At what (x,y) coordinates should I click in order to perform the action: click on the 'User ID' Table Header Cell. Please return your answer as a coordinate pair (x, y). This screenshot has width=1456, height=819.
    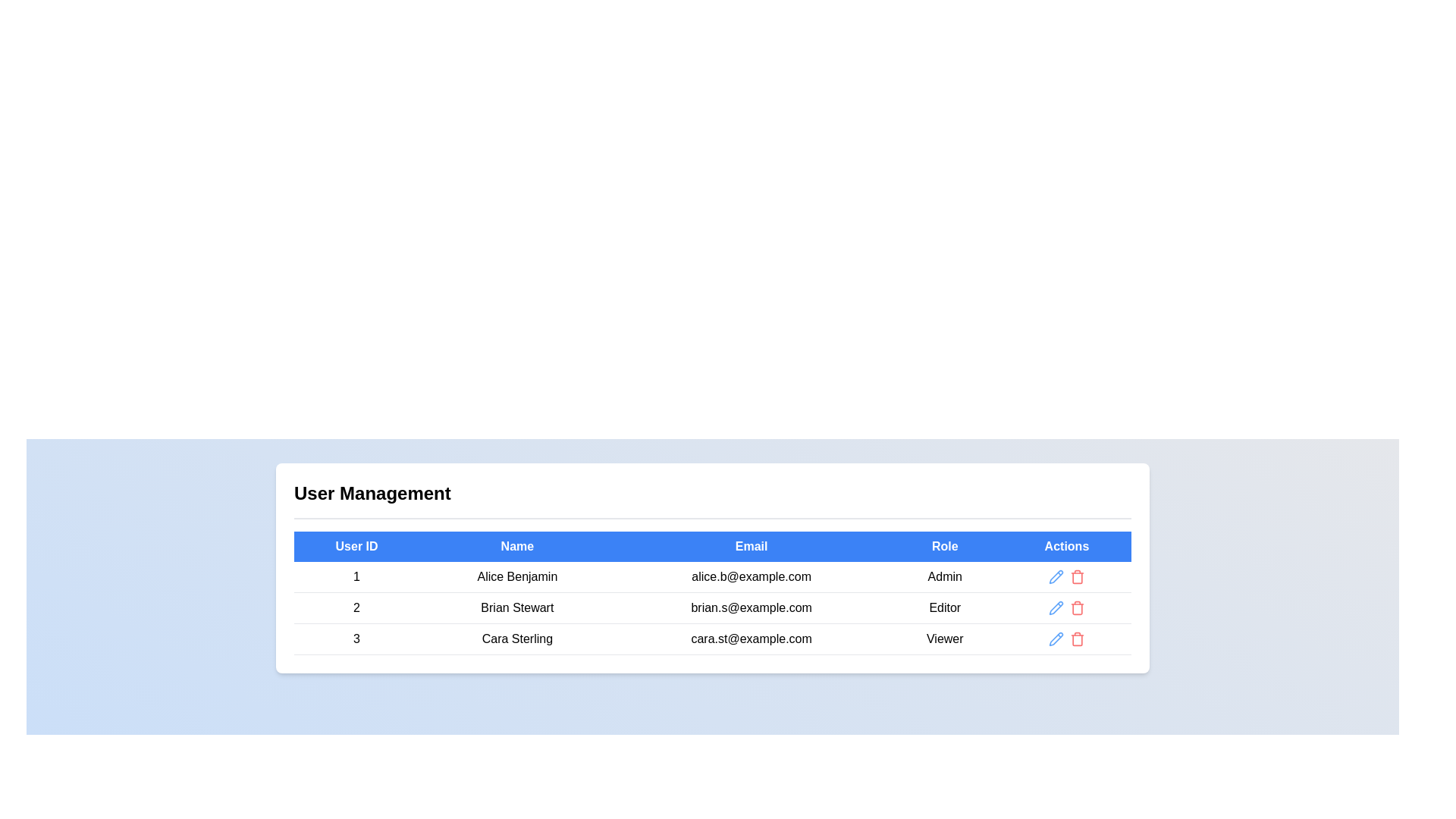
    Looking at the image, I should click on (356, 547).